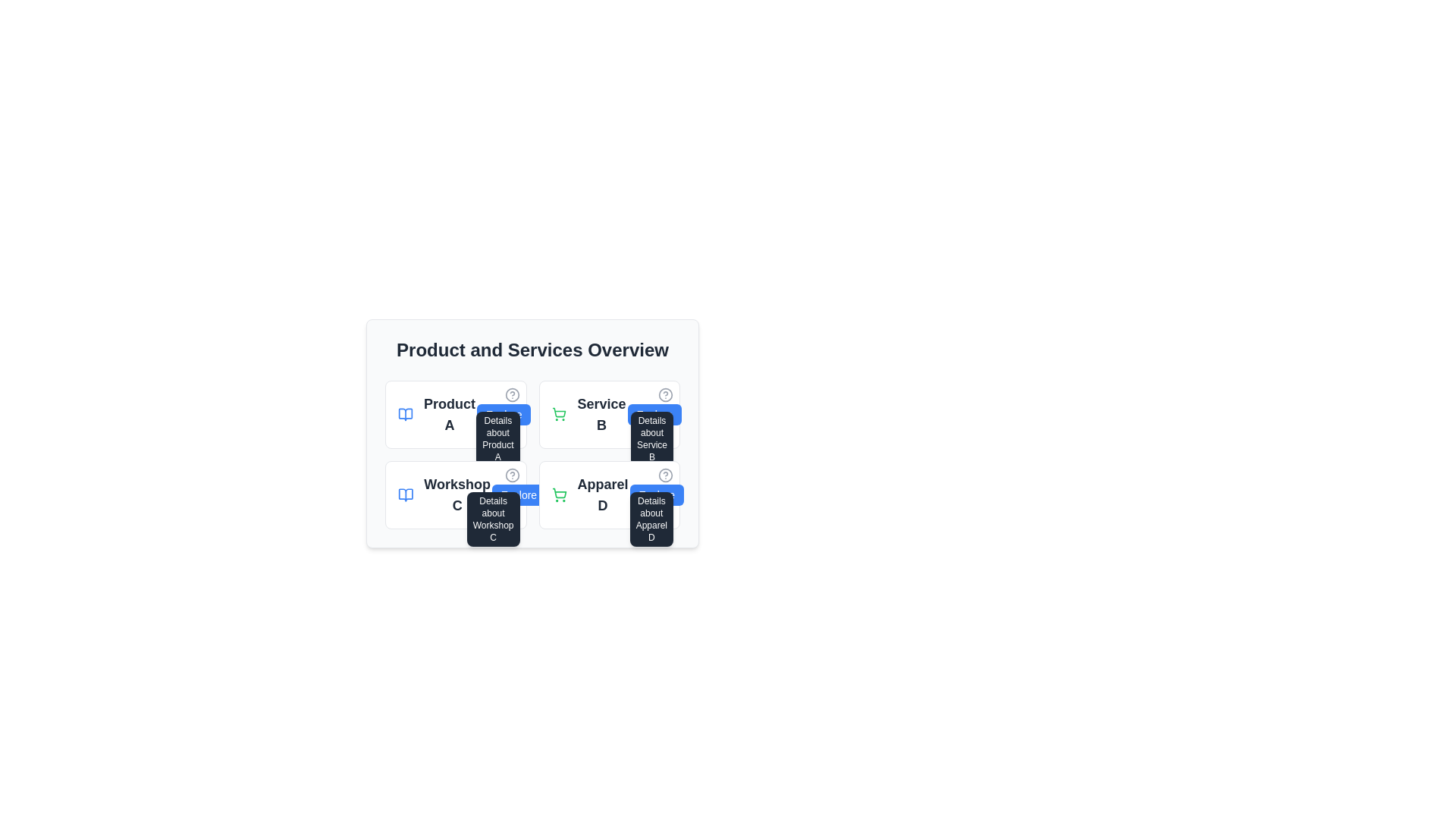 Image resolution: width=1456 pixels, height=819 pixels. I want to click on the Text Label that identifies 'Workshop C', located in the bottom-left quadrant of the 'Product and Services Overview' section, specifically the second item in the first column of a four-cell grid layout, so click(457, 494).